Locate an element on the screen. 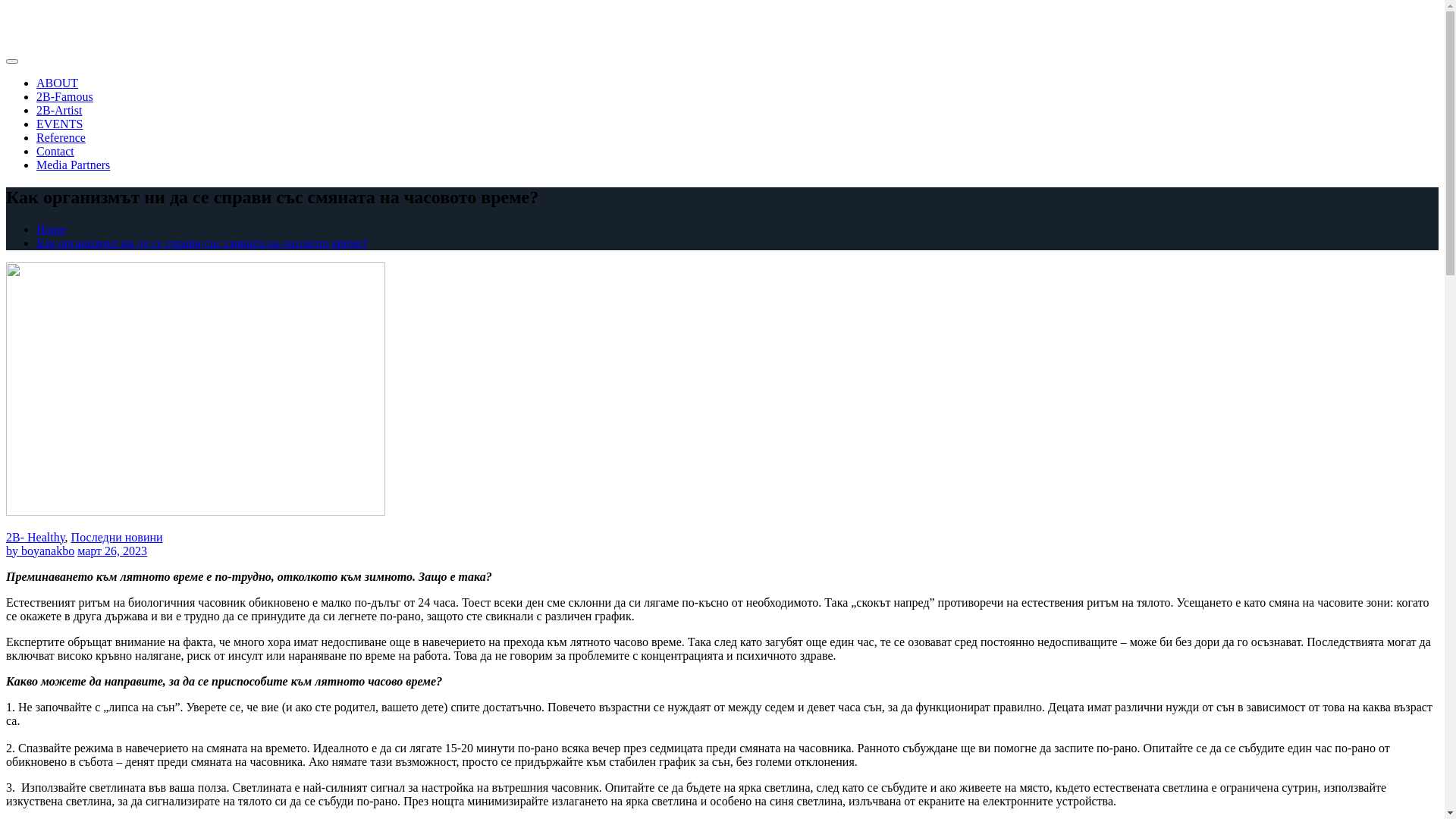  'Reference' is located at coordinates (61, 137).